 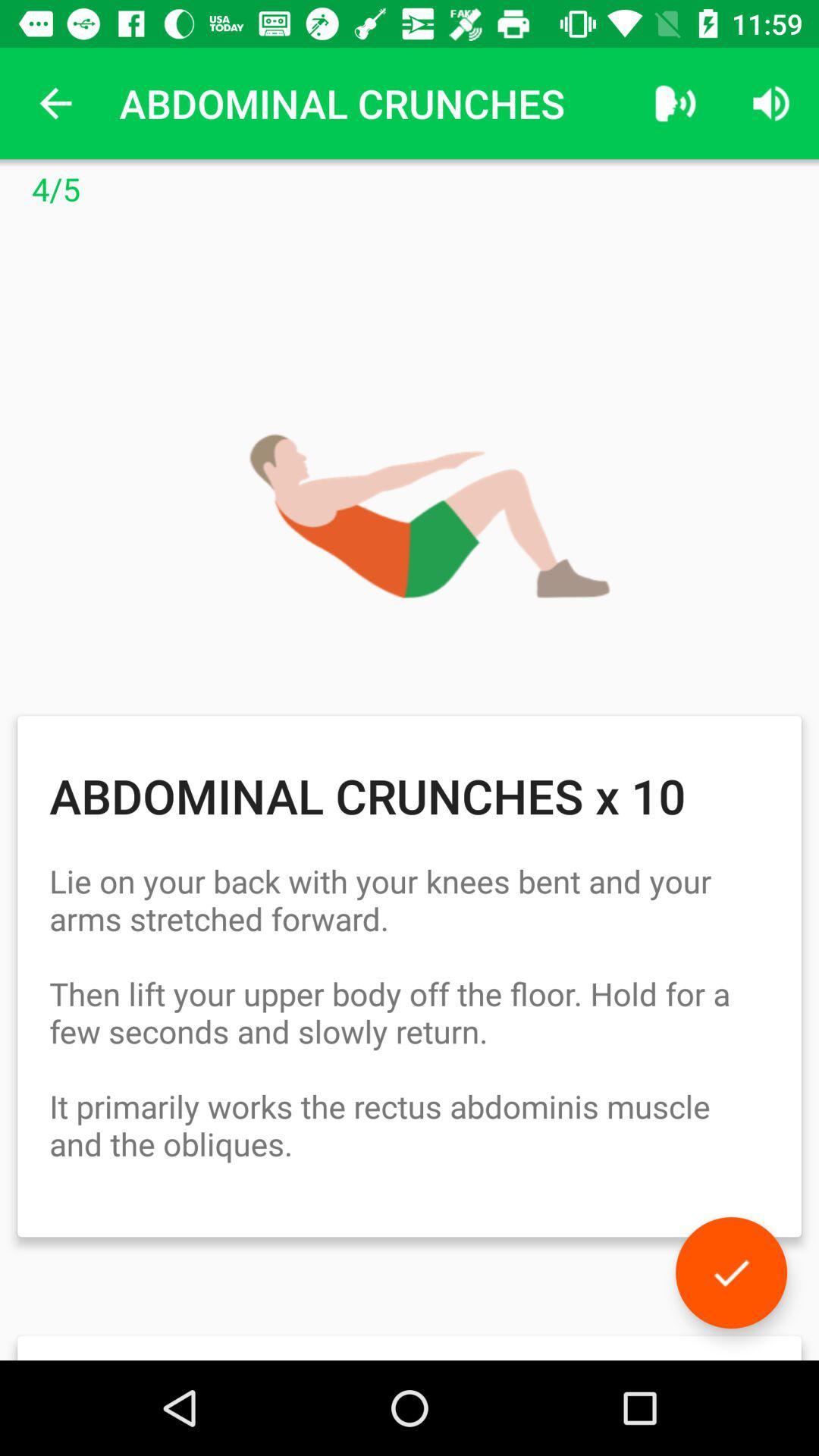 I want to click on icon next to abdominal crunches, so click(x=55, y=102).